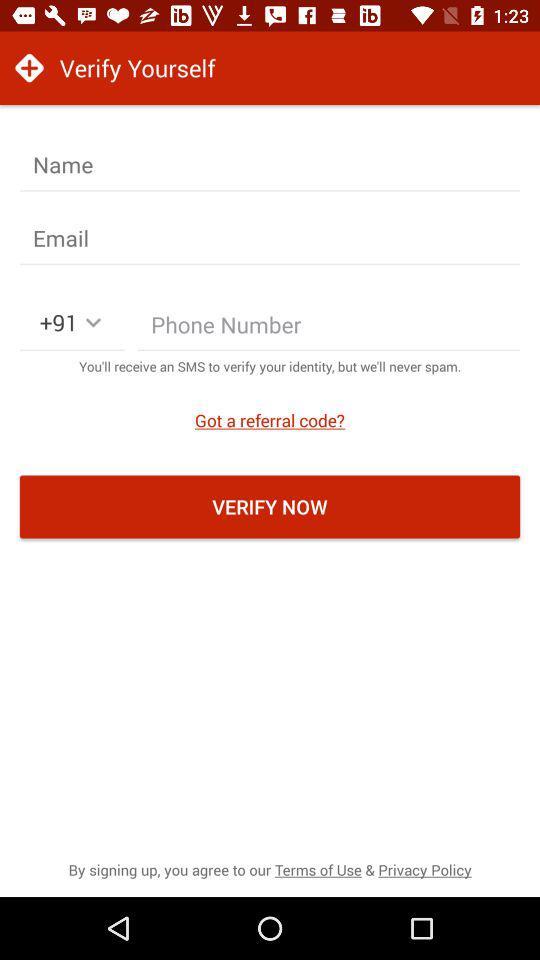 The width and height of the screenshot is (540, 960). I want to click on verify now, so click(270, 505).